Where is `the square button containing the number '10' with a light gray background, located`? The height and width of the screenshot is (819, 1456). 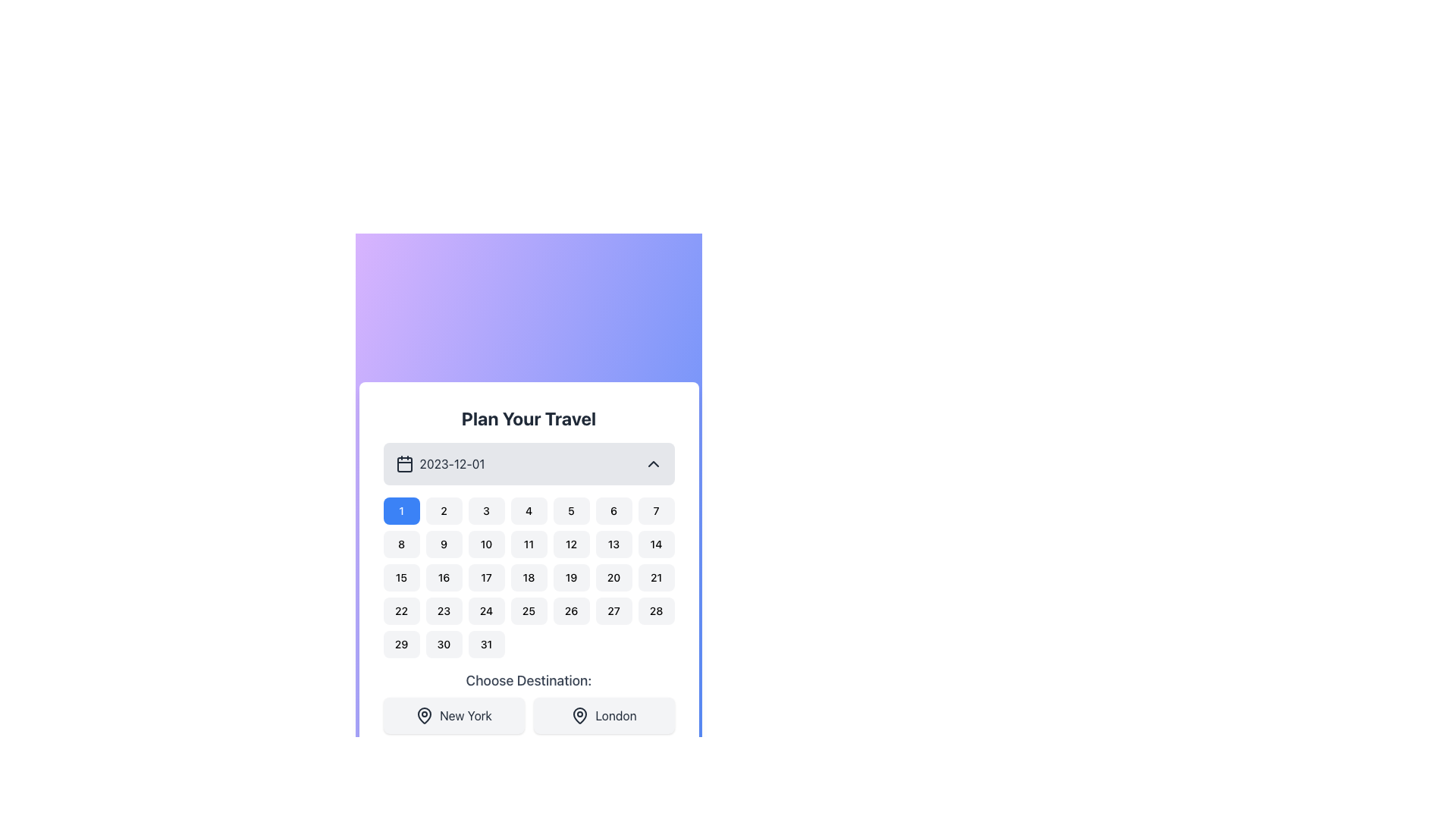 the square button containing the number '10' with a light gray background, located is located at coordinates (486, 543).